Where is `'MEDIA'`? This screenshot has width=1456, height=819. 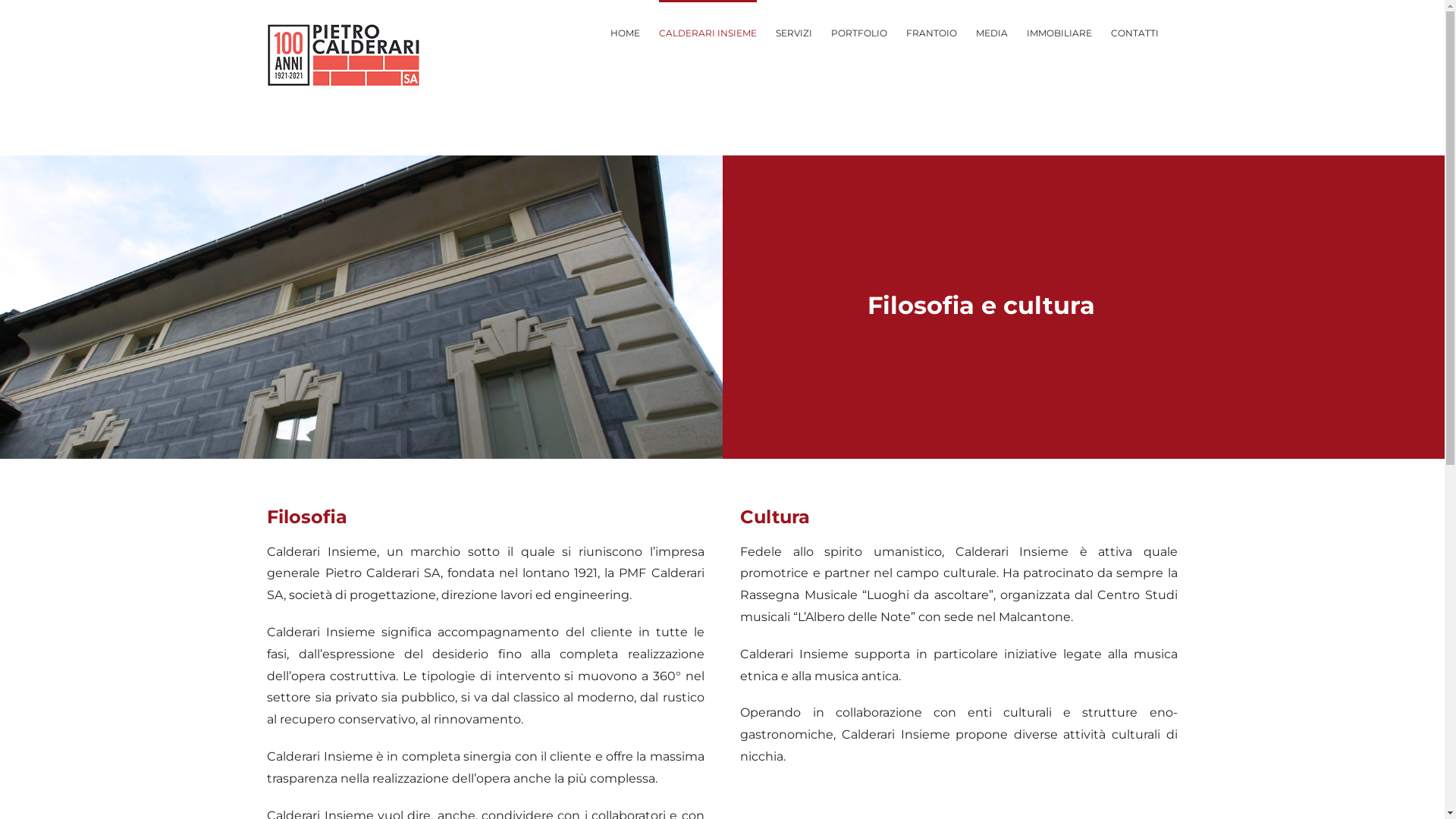 'MEDIA' is located at coordinates (990, 32).